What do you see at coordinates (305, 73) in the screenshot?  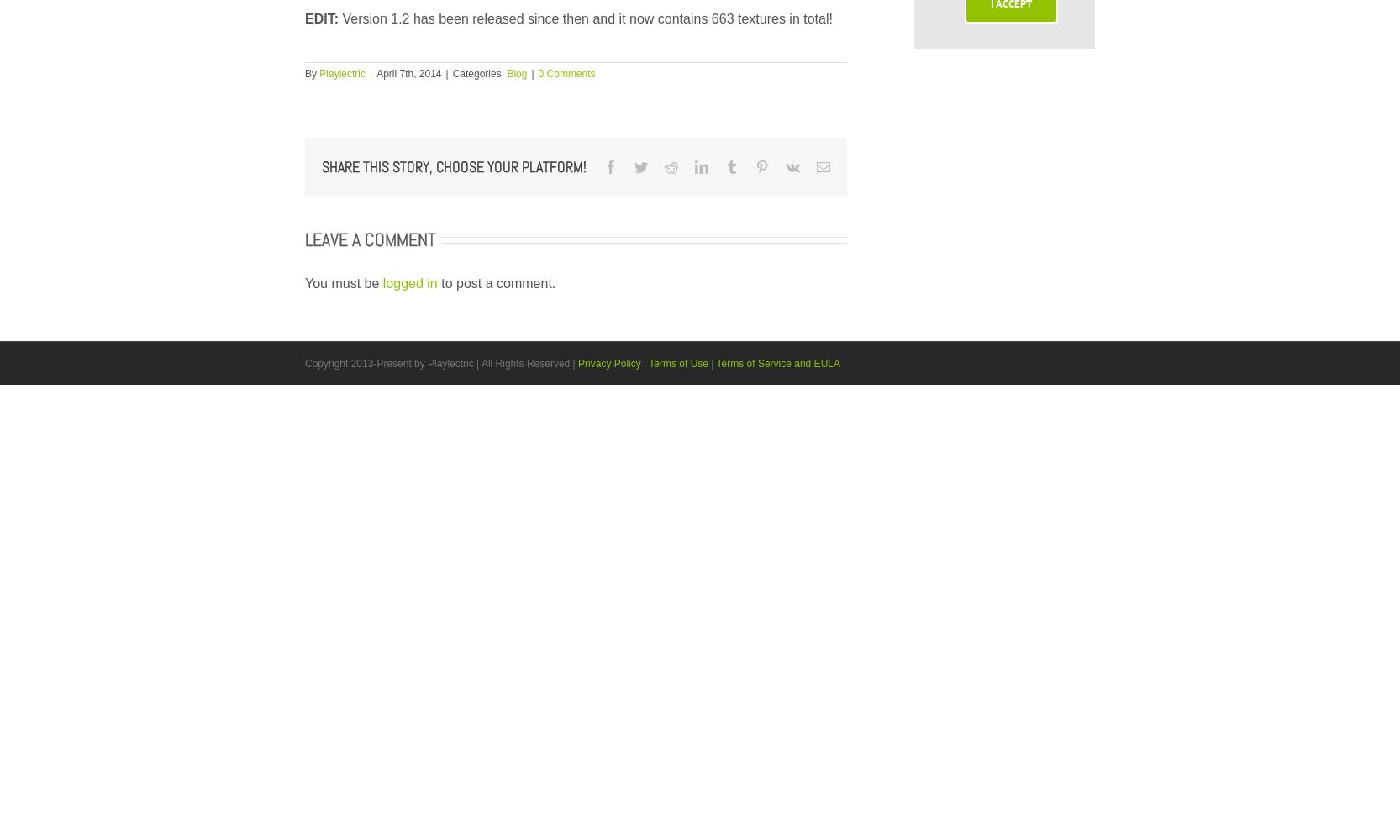 I see `'By'` at bounding box center [305, 73].